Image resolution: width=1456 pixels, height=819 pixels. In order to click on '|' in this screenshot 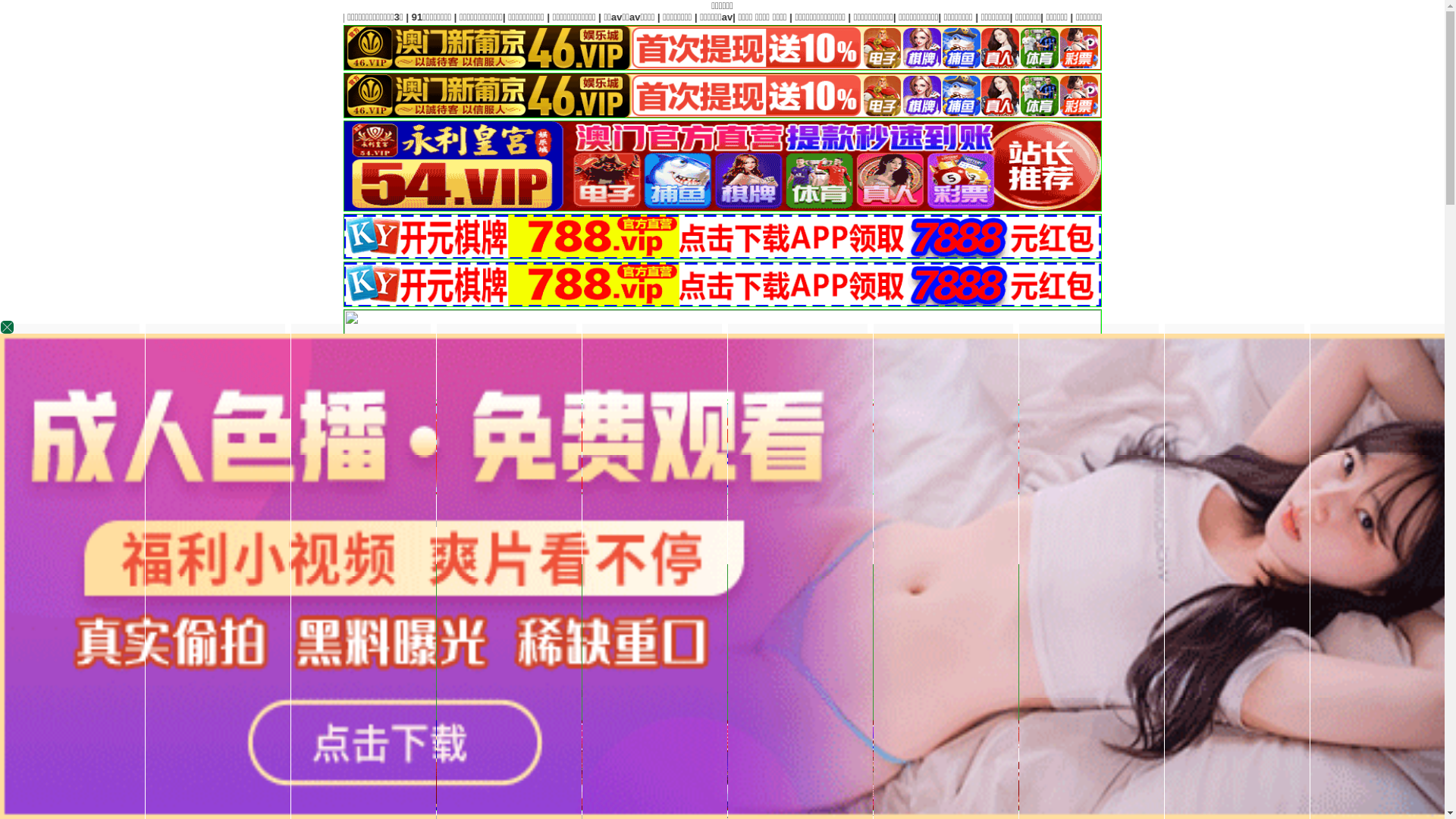, I will do `click(1088, 17)`.